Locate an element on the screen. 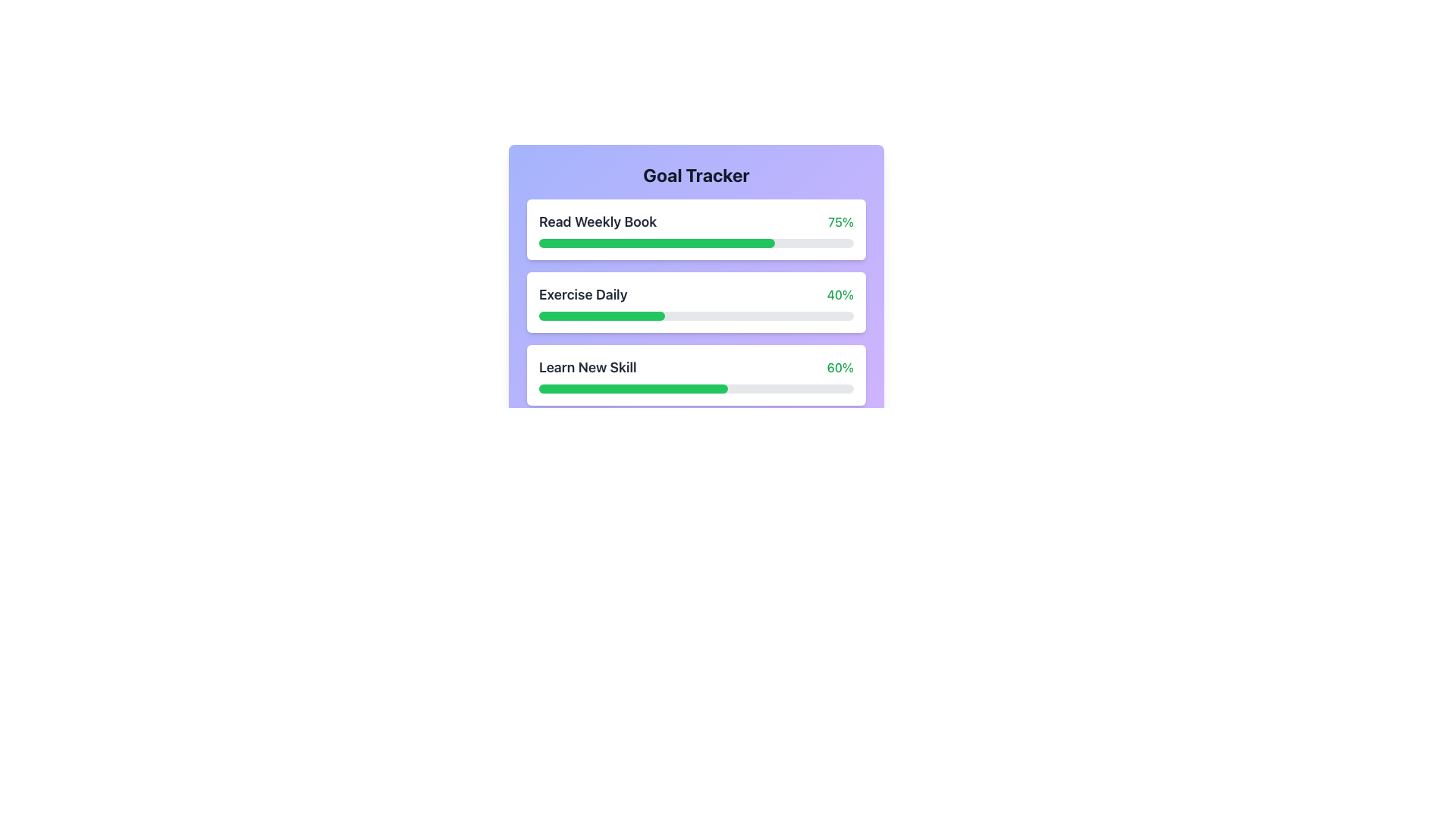 This screenshot has width=1456, height=819. the progress bar that represents 75% completion of the 'Read Weekly Book' task, located at the top of the layout is located at coordinates (657, 242).